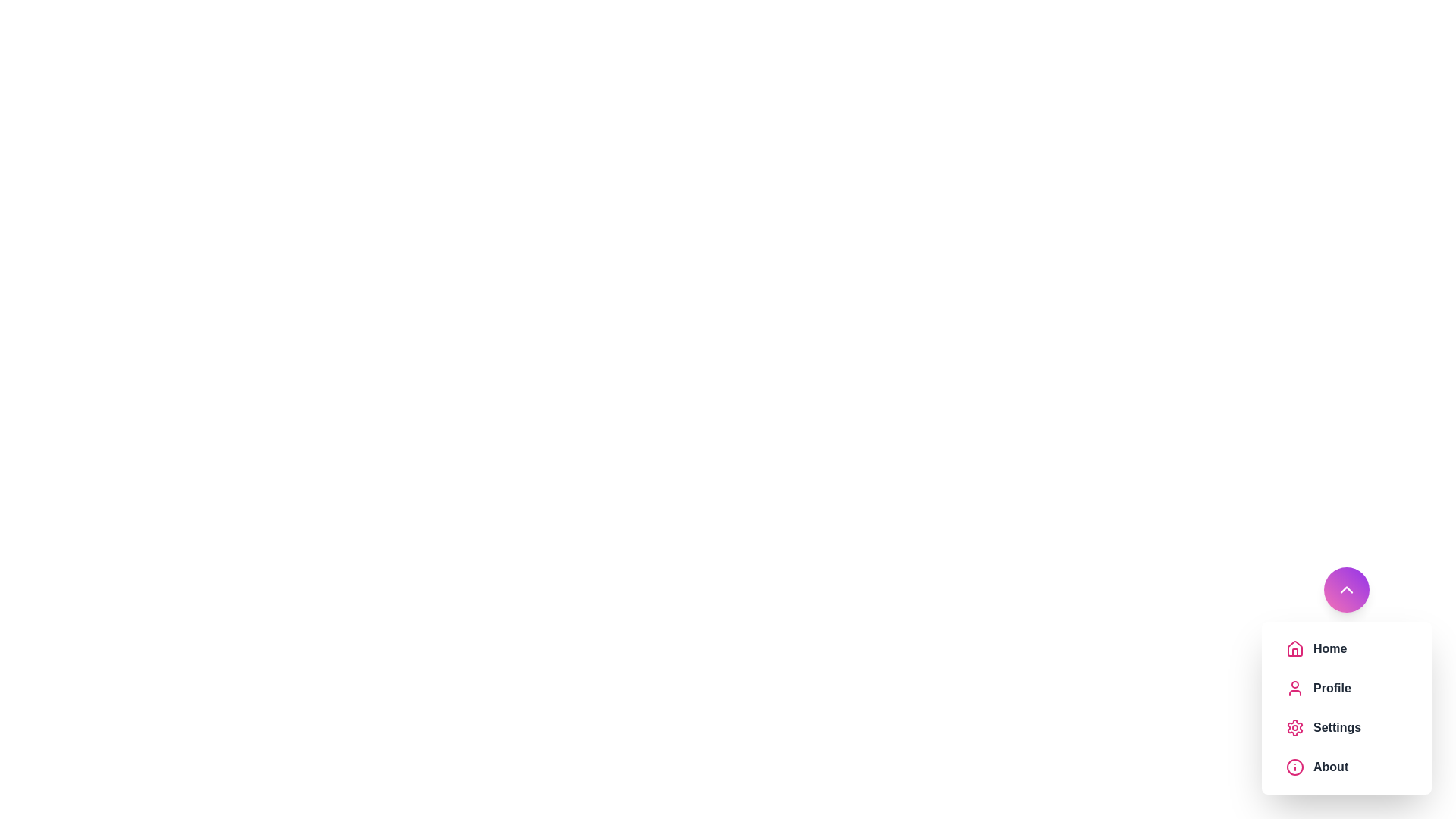  What do you see at coordinates (1360, 688) in the screenshot?
I see `the menu item labeled Profile` at bounding box center [1360, 688].